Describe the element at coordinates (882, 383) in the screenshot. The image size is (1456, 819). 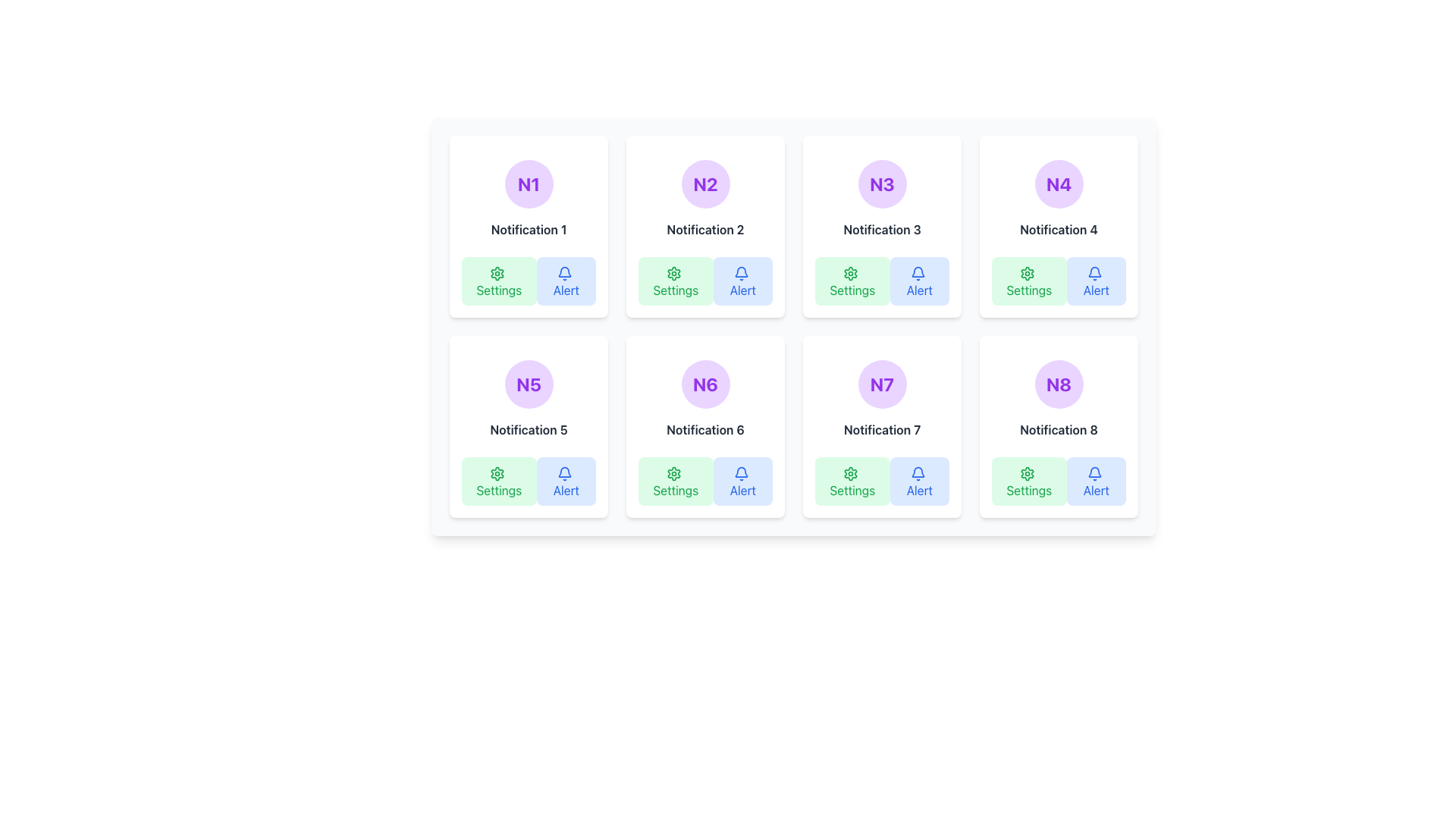
I see `the text label representing the identifier 'N7', located in the second row and third column of the grid layout, above the 'Notification 7' label and the 'Settings' and 'Alert' buttons` at that location.